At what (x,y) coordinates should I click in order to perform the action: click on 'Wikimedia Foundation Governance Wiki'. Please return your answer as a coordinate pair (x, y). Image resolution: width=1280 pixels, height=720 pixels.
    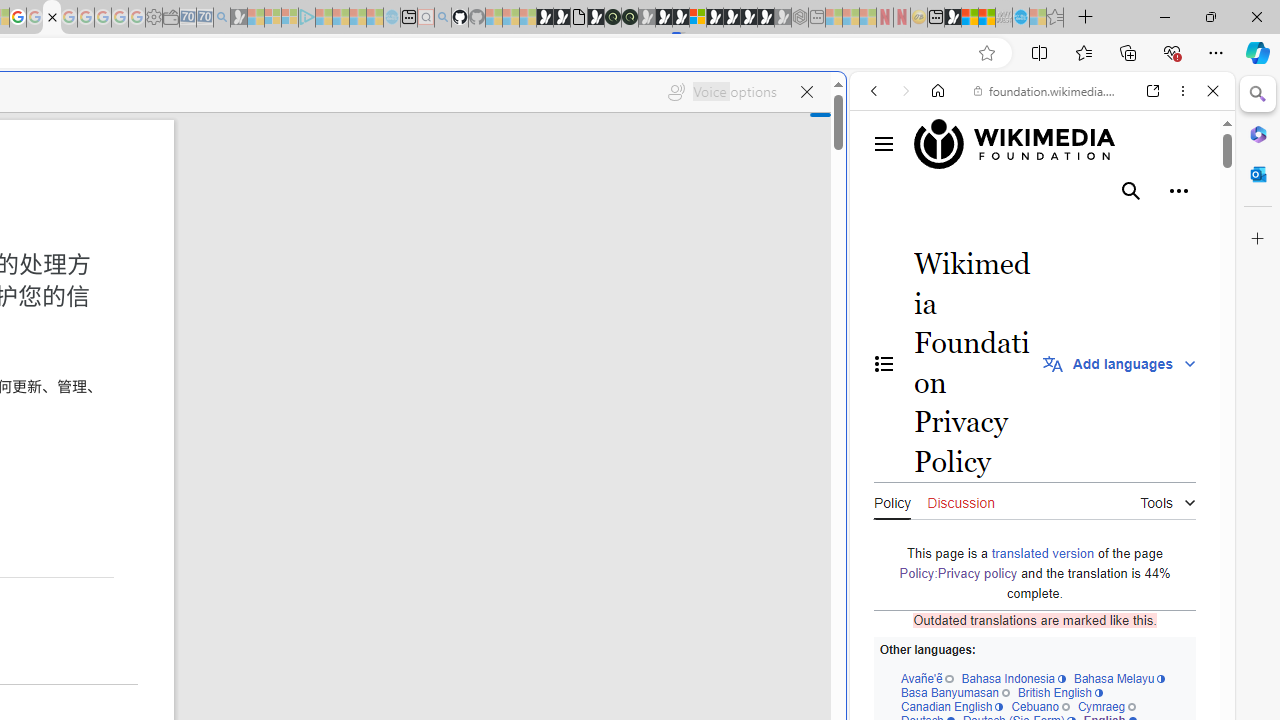
    Looking at the image, I should click on (1025, 143).